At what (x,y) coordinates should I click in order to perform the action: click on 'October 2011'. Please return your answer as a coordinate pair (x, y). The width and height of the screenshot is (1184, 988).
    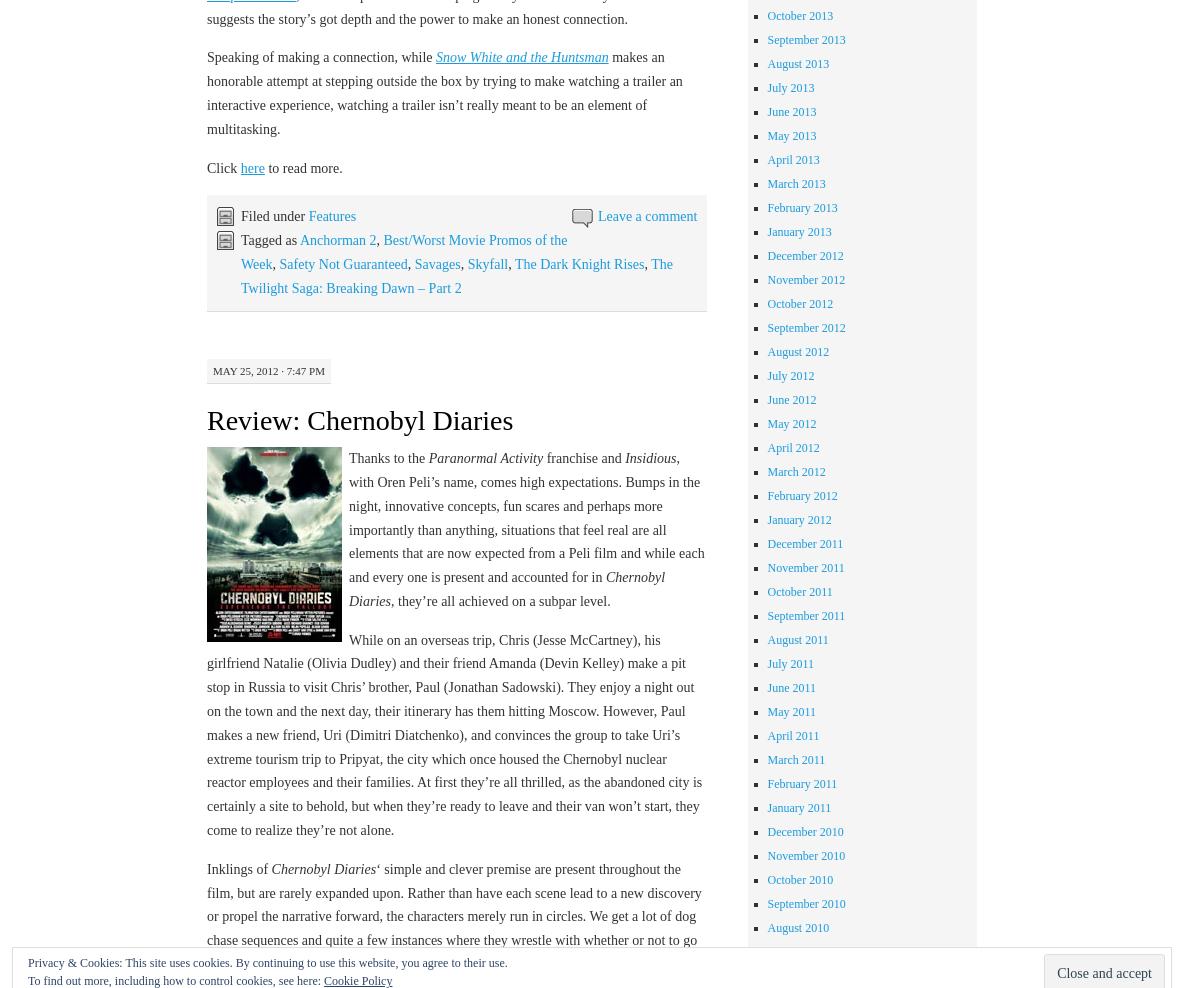
    Looking at the image, I should click on (798, 591).